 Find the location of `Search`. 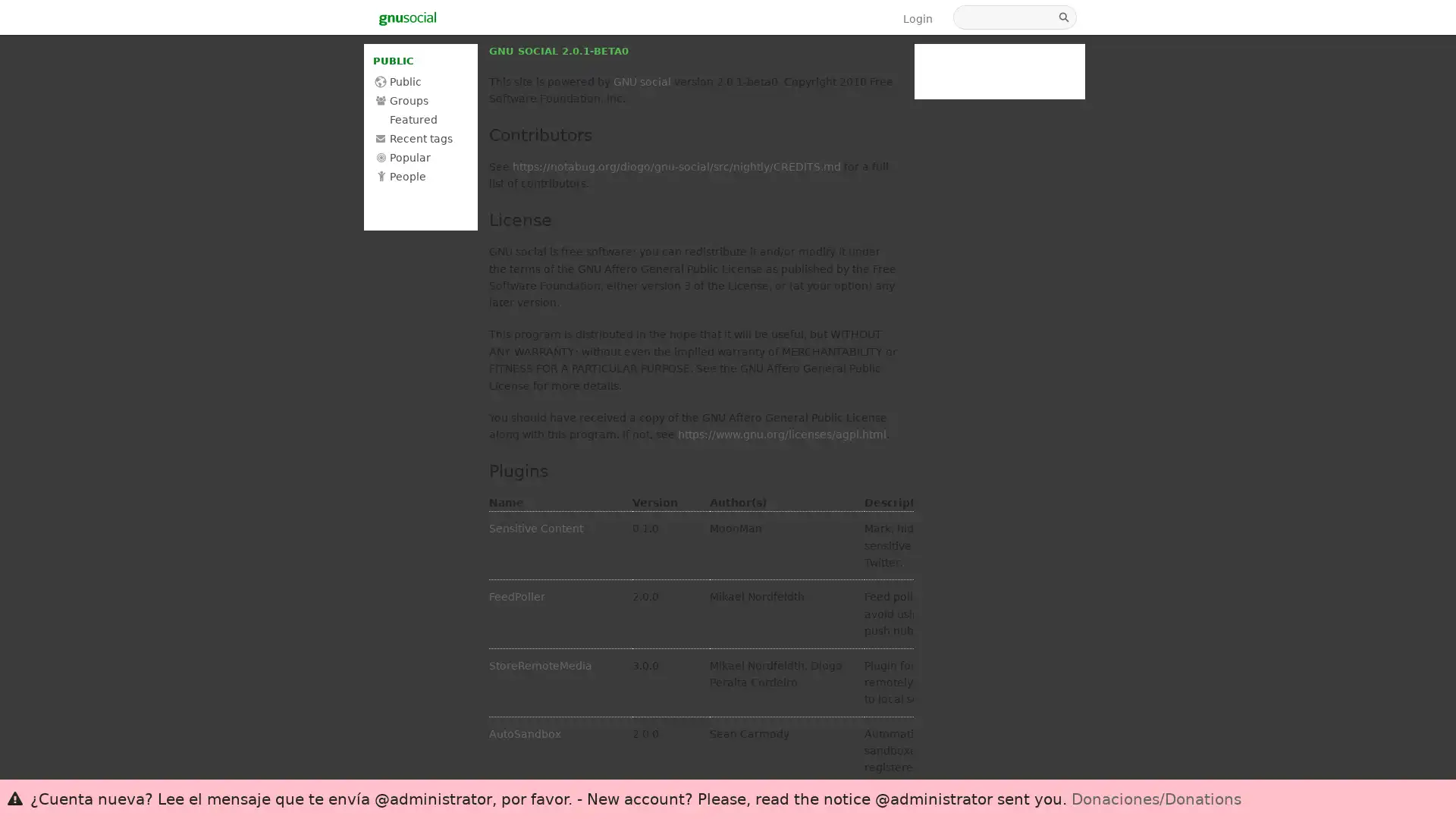

Search is located at coordinates (1065, 17).